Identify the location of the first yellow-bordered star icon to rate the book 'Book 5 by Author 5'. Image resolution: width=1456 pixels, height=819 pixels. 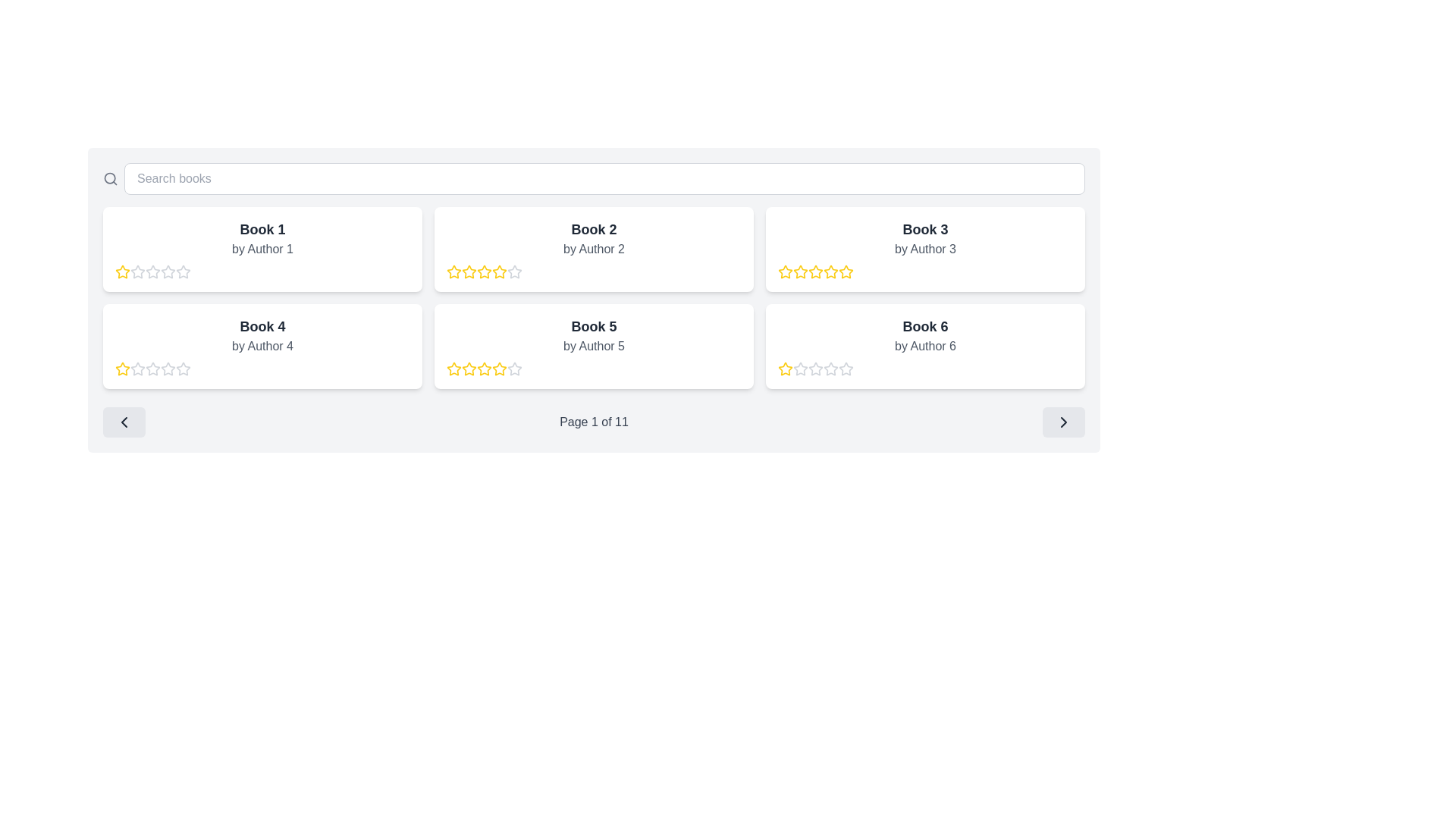
(453, 369).